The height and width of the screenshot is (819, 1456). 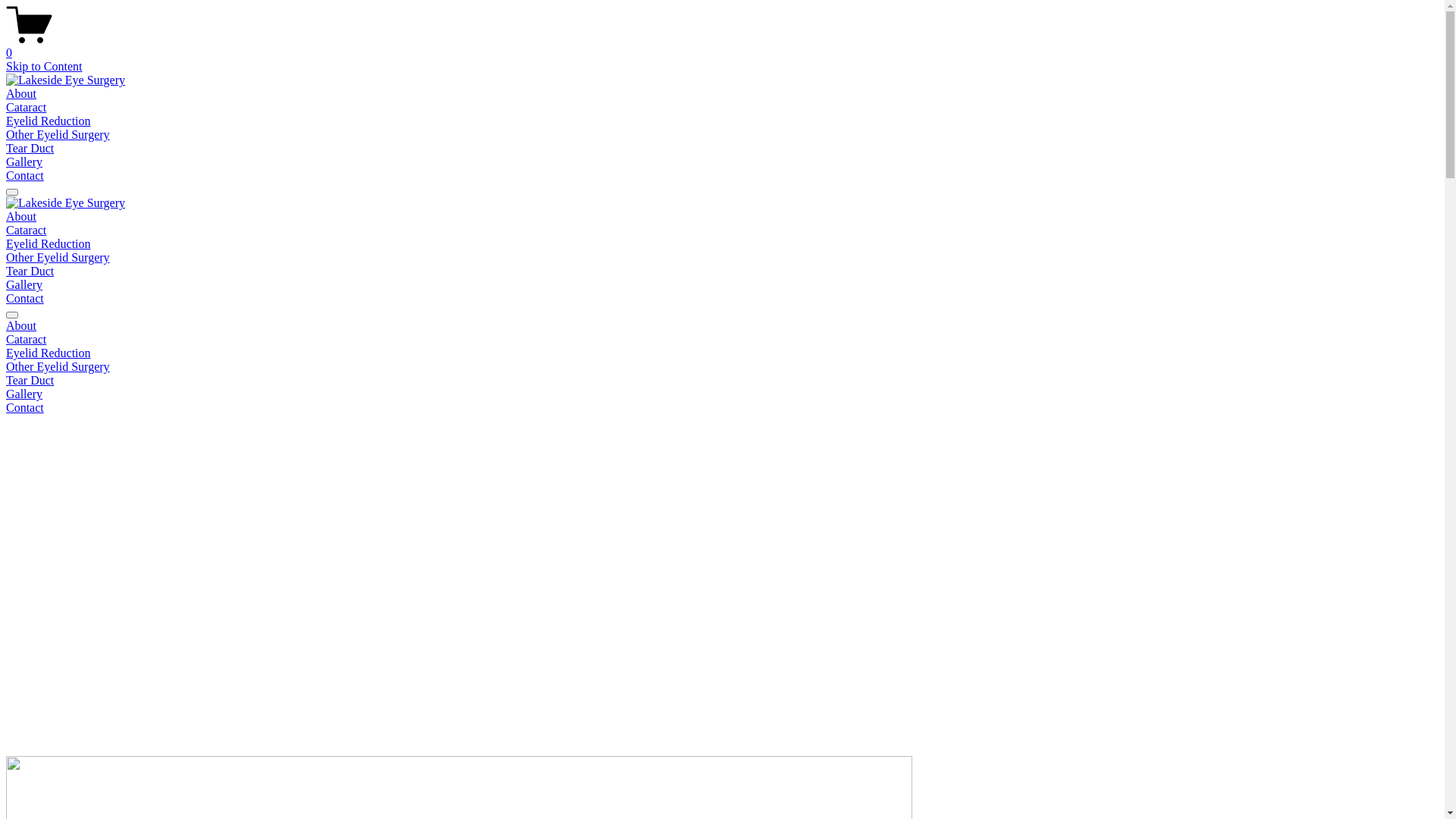 What do you see at coordinates (721, 338) in the screenshot?
I see `'Cataract'` at bounding box center [721, 338].